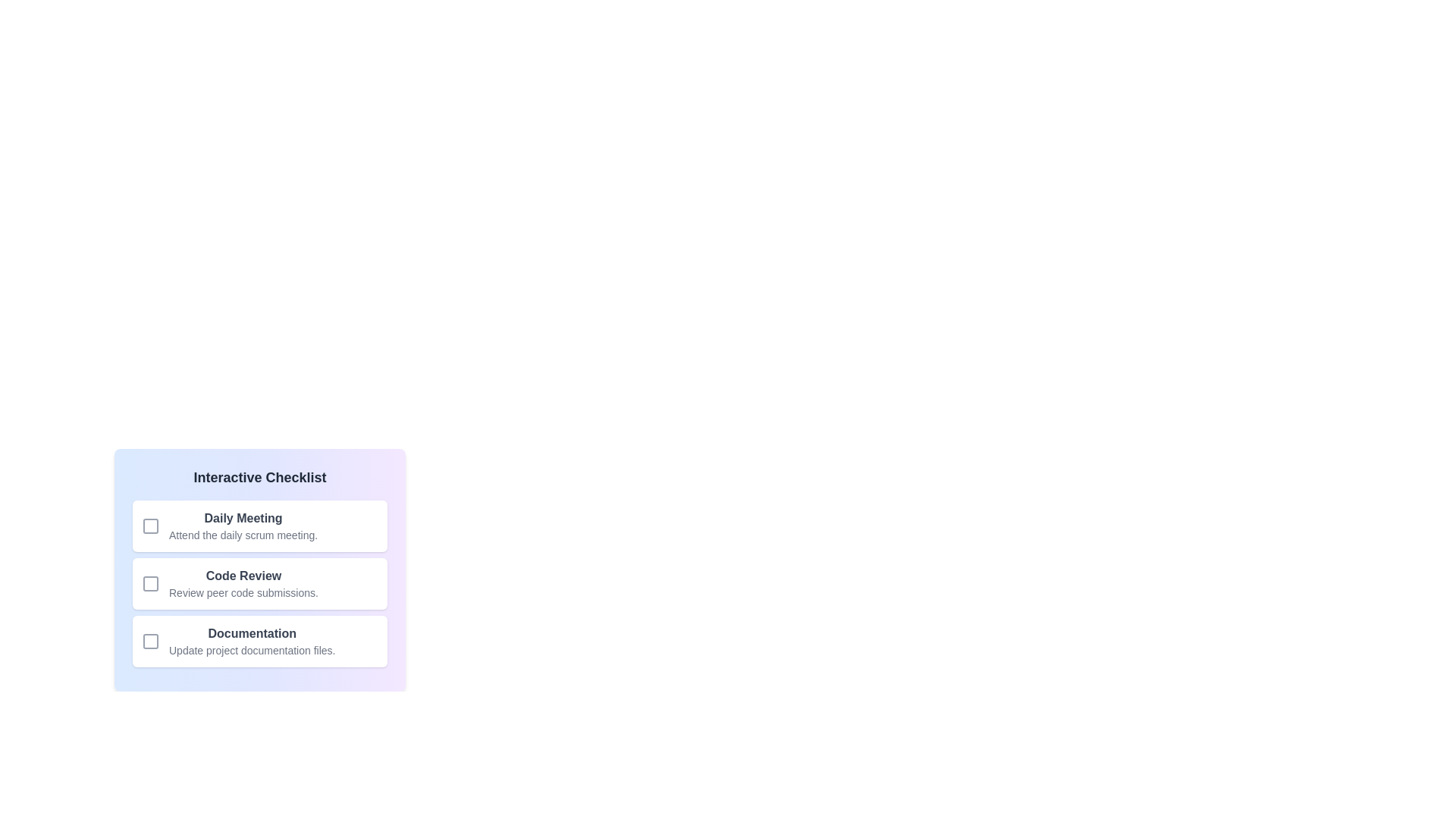 Image resolution: width=1456 pixels, height=819 pixels. Describe the element at coordinates (150, 526) in the screenshot. I see `the square-shaped checkbox with a thin gray border positioned to the left of the 'Daily Meeting' text` at that location.